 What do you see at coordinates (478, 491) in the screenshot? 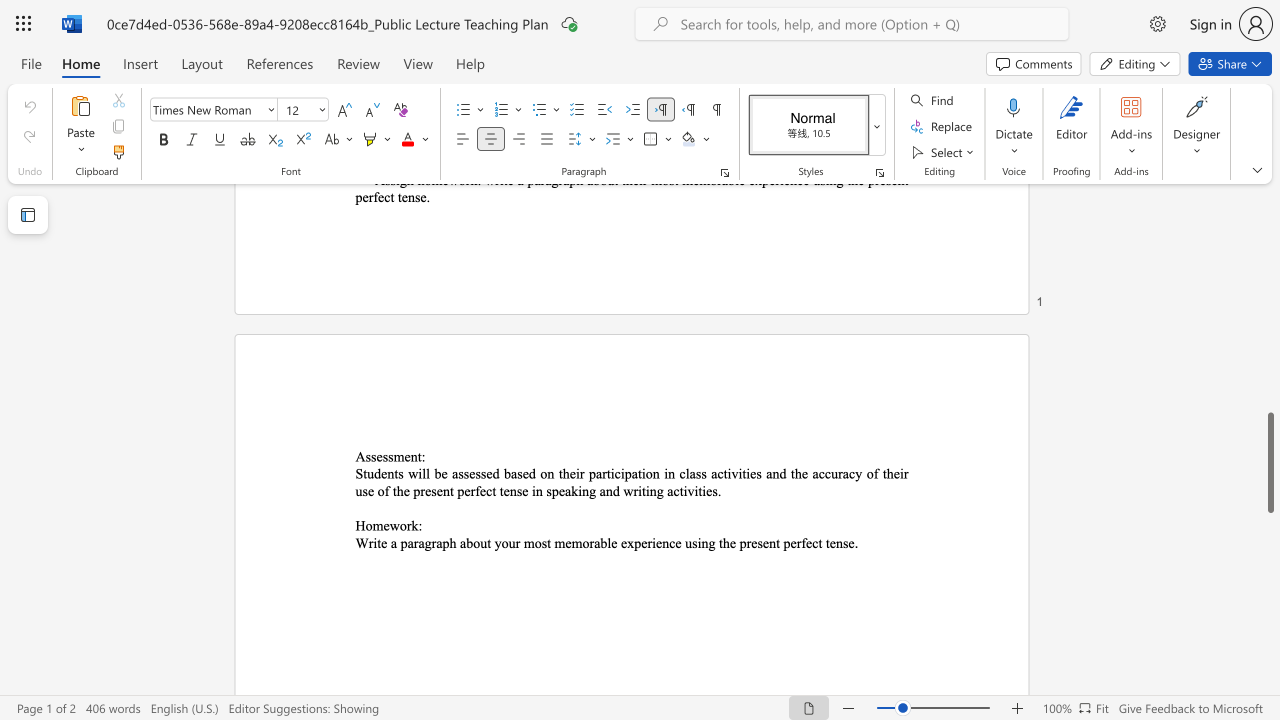
I see `the subset text "ect tense in speaking and writing activities" within the text "Students will be assessed based on their participation in class activities and the accuracy of their use of the present perfect tense in speaking and writing activities."` at bounding box center [478, 491].